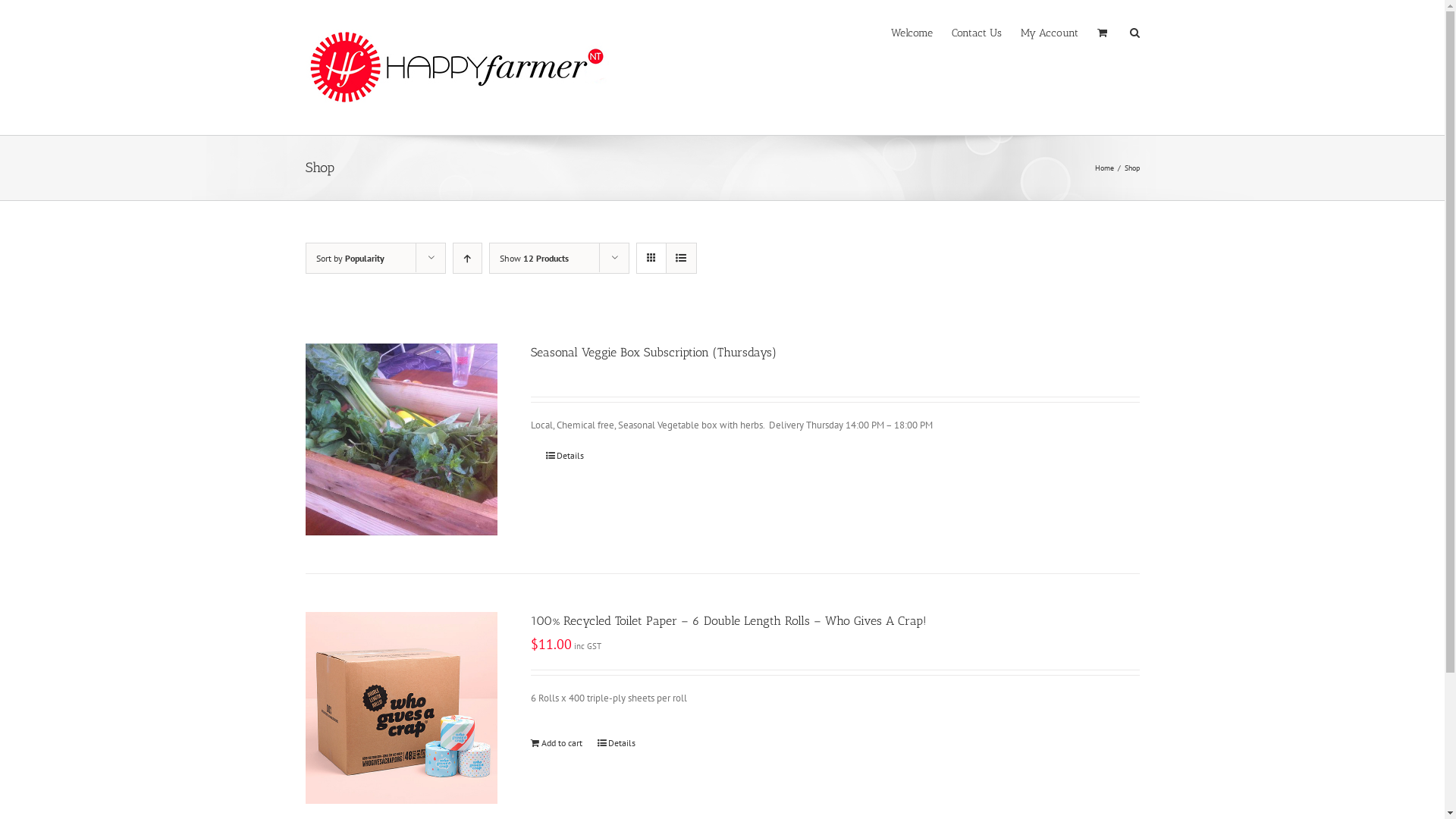 The width and height of the screenshot is (1456, 819). What do you see at coordinates (975, 32) in the screenshot?
I see `'Contact Us'` at bounding box center [975, 32].